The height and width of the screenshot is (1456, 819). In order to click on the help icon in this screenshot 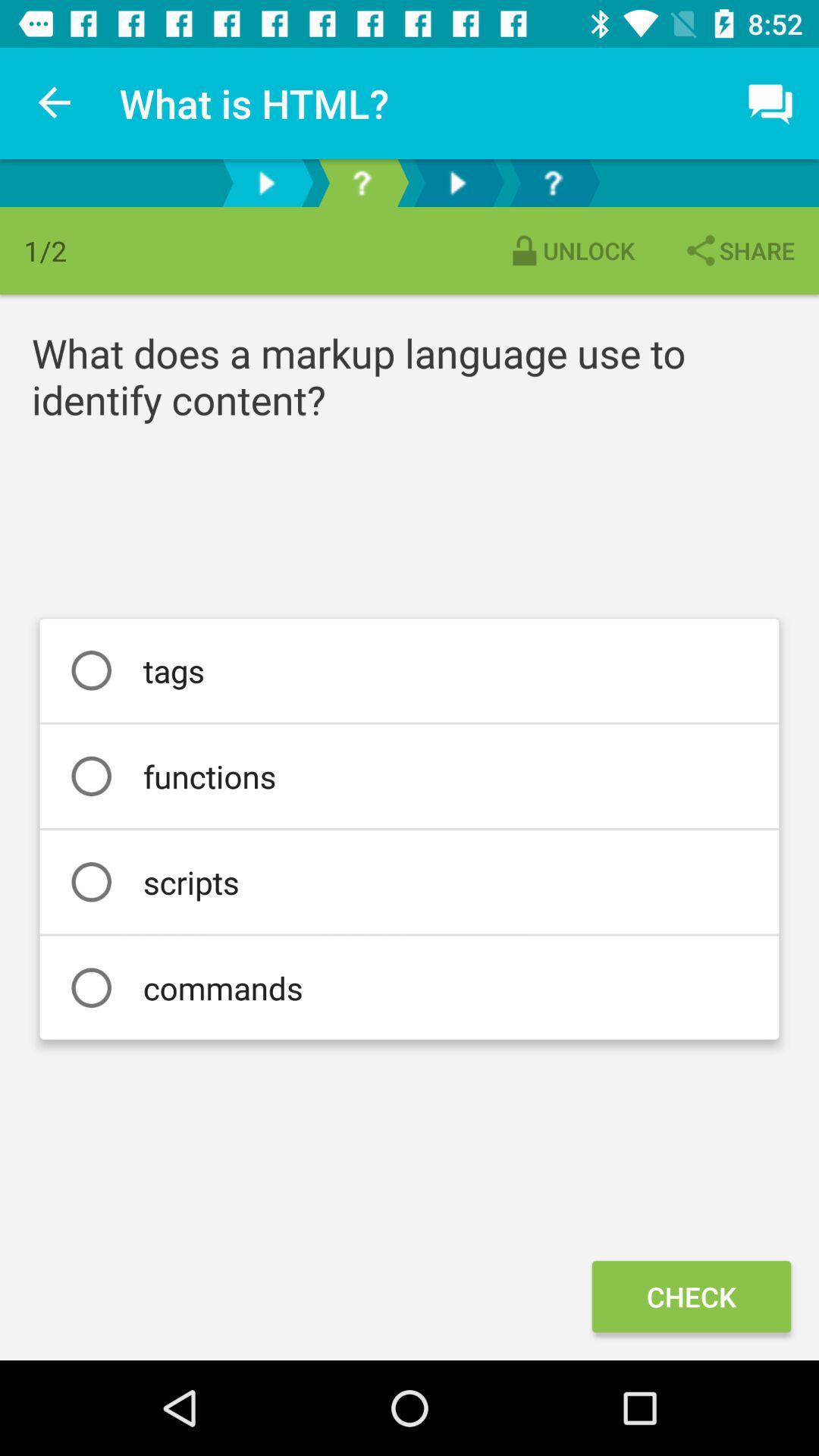, I will do `click(362, 182)`.